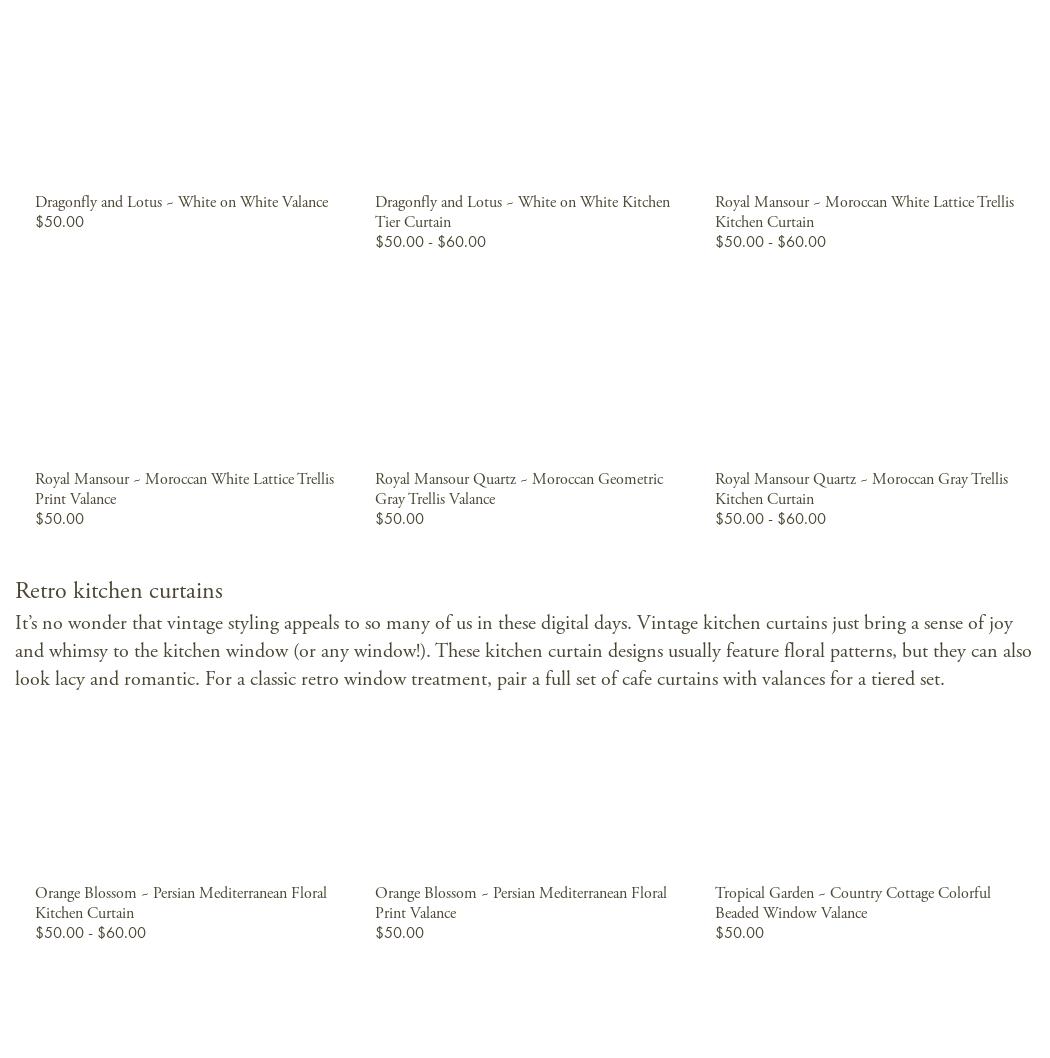  Describe the element at coordinates (522, 649) in the screenshot. I see `'It’s no wonder that vintage styling appeals to so many of us in these digital days. Vintage kitchen curtains just bring a sense of joy and whimsy to the kitchen window (or any window!). These kitchen curtain designs usually feature floral patterns, but they can also look lacy and romantic. For a classic retro window treatment, pair a full set of cafe curtains with valances for a tiered set.'` at that location.